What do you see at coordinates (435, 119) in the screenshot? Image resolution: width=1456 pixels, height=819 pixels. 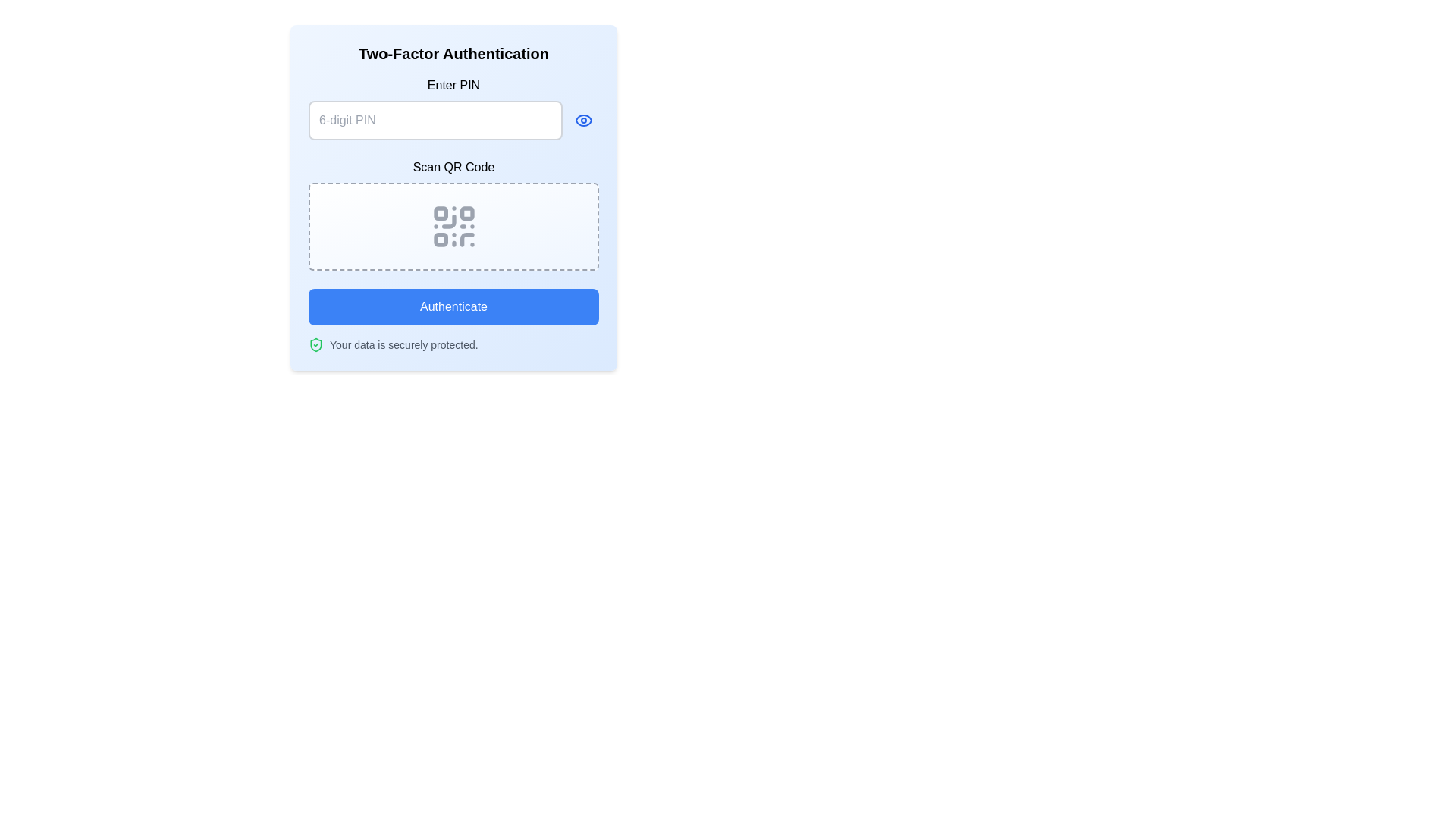 I see `the text input for entering the 6-digit PIN, which is styled with a rounded border and light gray background, located under the 'Enter PIN' label by tabbing to it` at bounding box center [435, 119].